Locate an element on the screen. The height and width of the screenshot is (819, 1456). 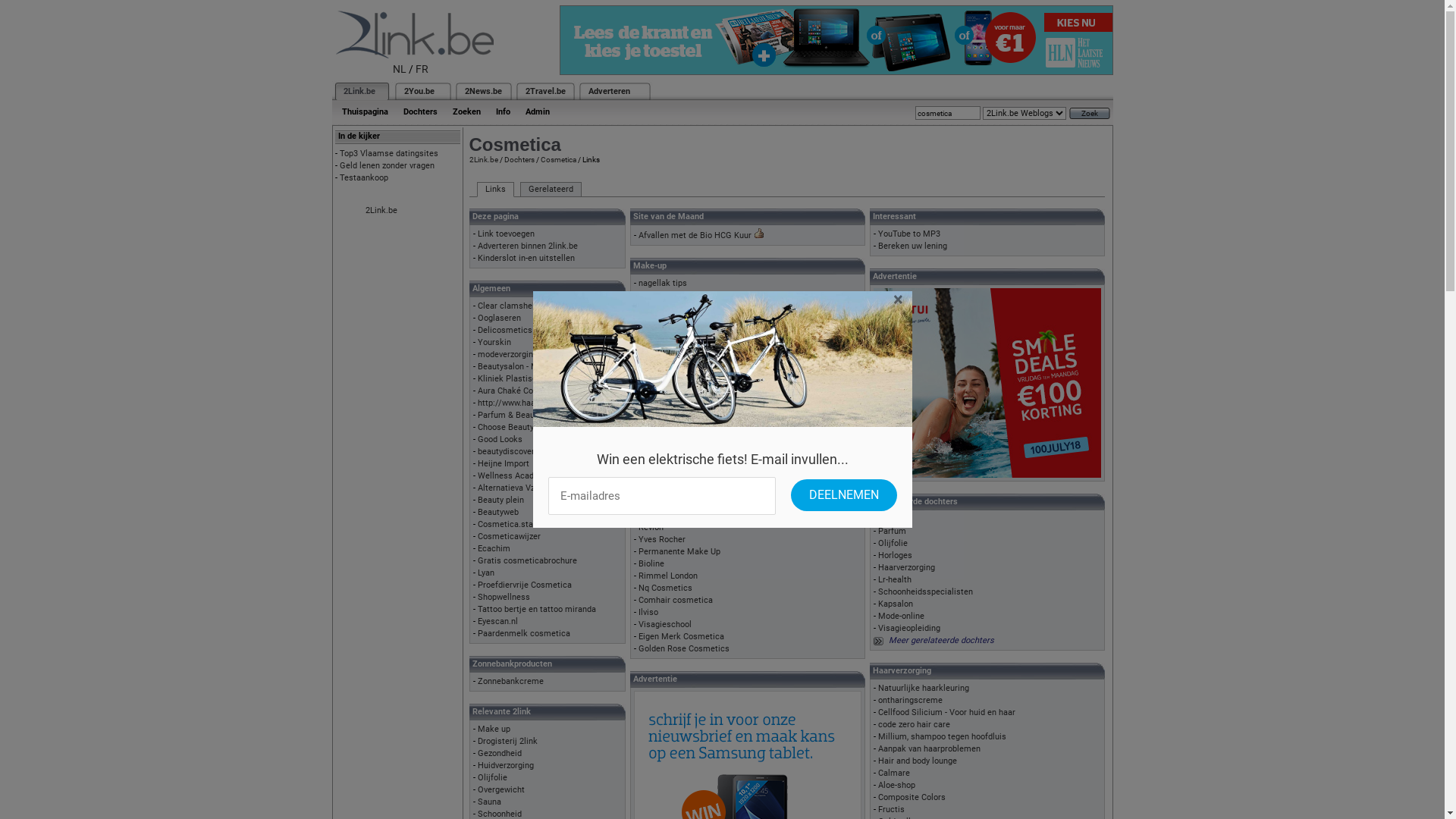
'Zonnebankcreme' is located at coordinates (510, 680).